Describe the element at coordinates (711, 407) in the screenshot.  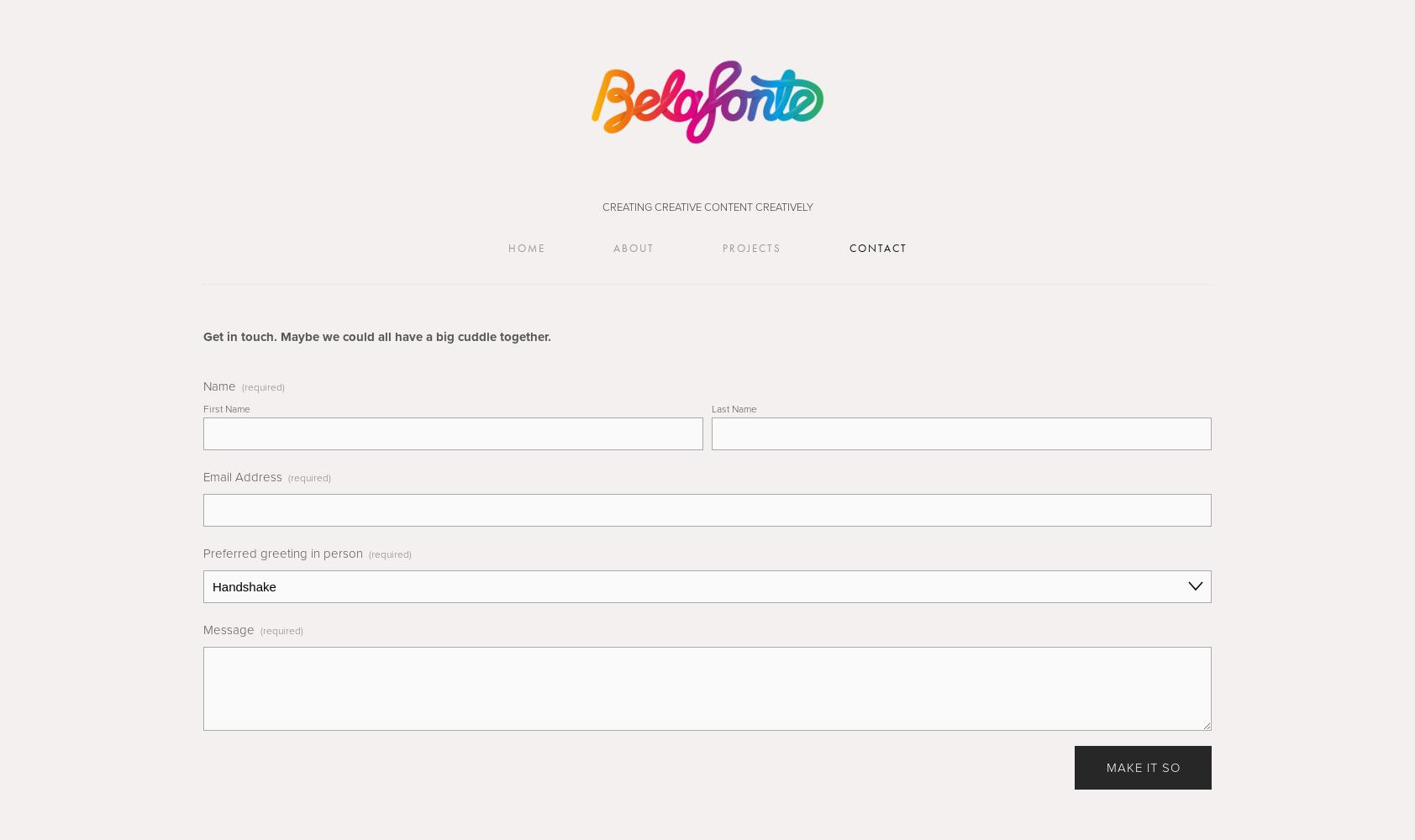
I see `'Last Name'` at that location.